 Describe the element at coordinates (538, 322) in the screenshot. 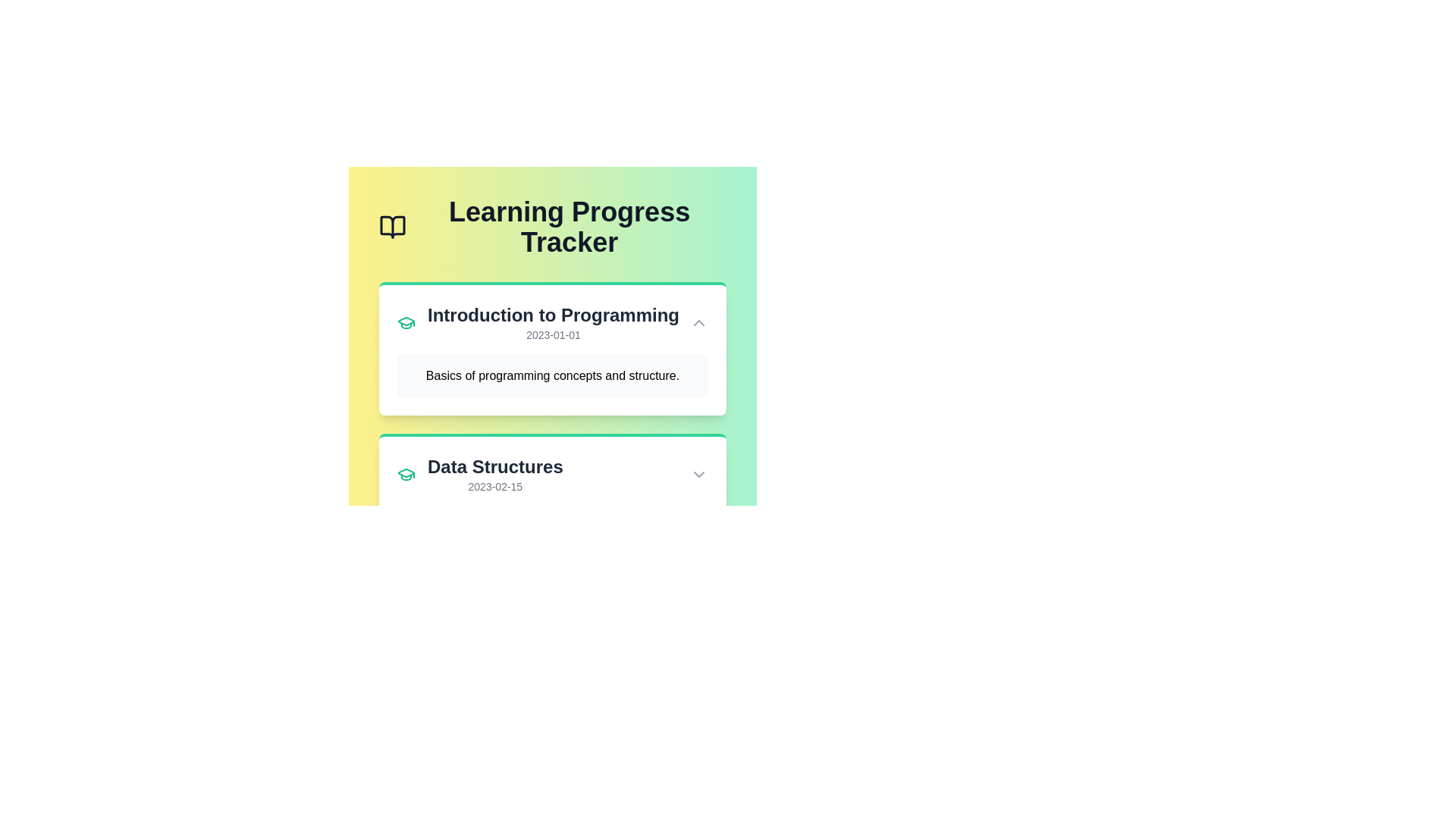

I see `the list item labeled 'Introduction to Programming' with a green graduation cap icon` at that location.